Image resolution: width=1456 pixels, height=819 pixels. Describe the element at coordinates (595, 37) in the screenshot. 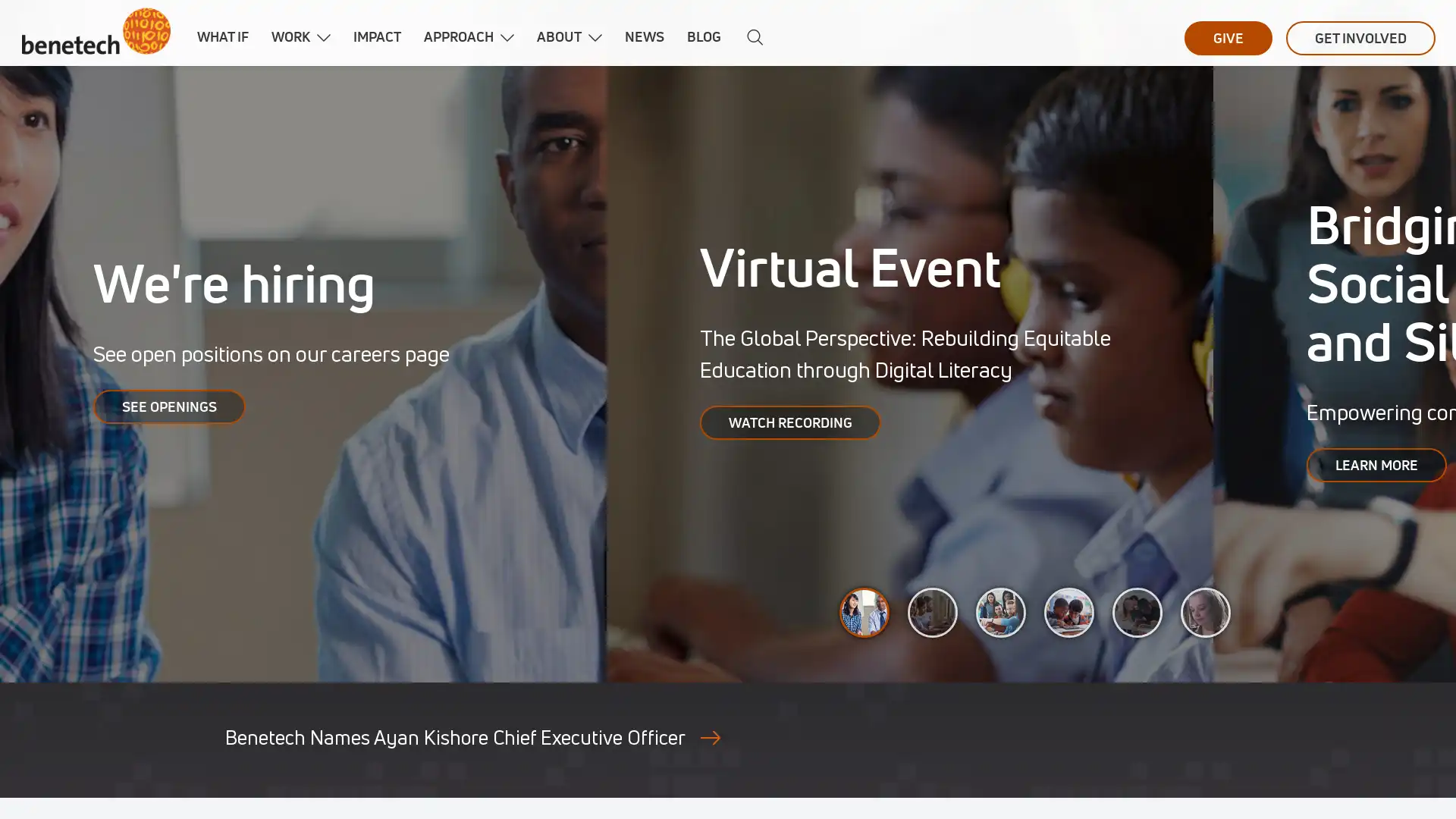

I see `Show dropdown menu for About` at that location.